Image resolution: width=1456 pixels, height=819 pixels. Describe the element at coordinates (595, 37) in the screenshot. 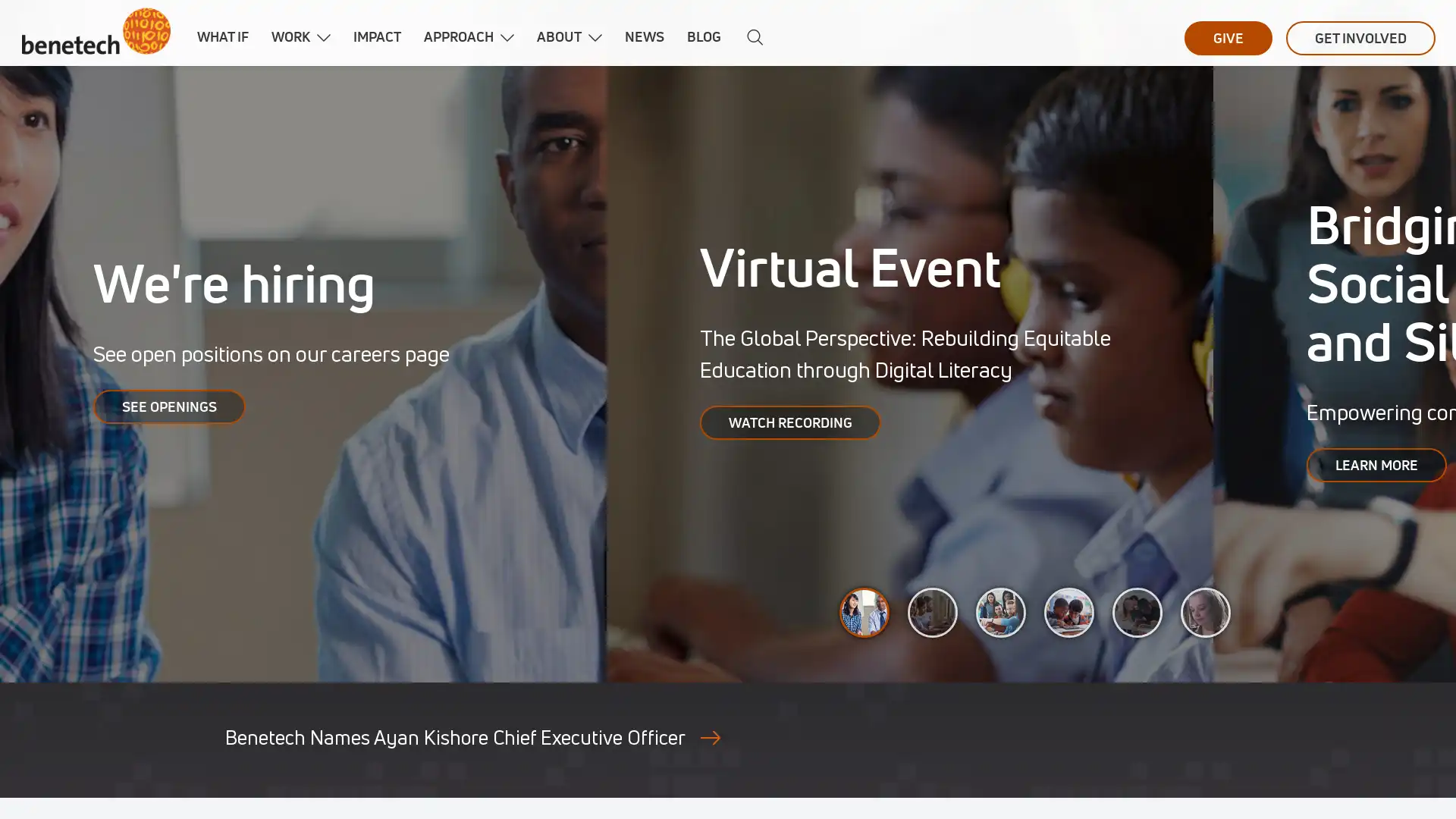

I see `Show dropdown menu for About` at that location.